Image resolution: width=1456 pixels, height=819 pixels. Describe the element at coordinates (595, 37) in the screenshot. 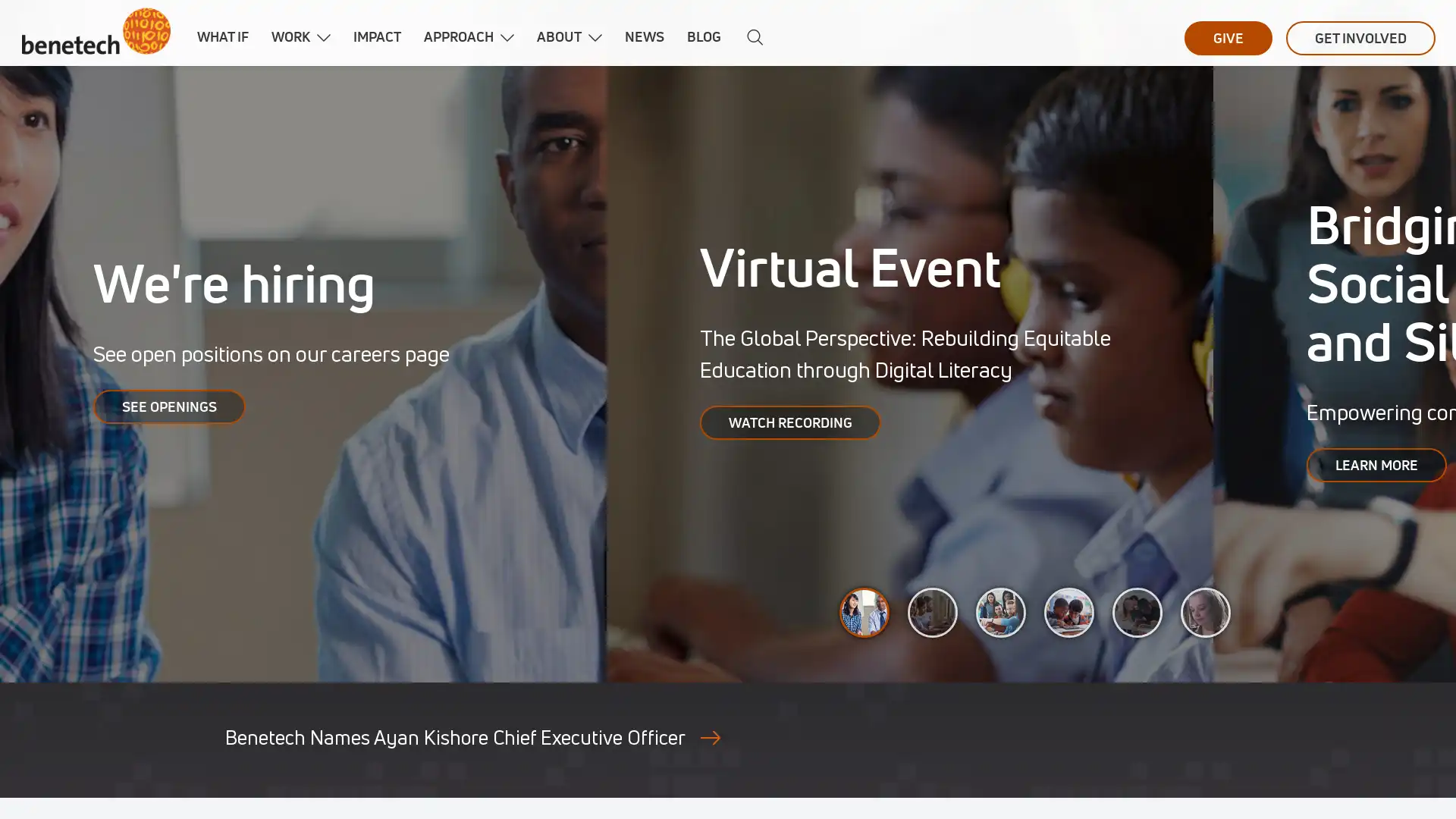

I see `Show dropdown menu for About` at that location.